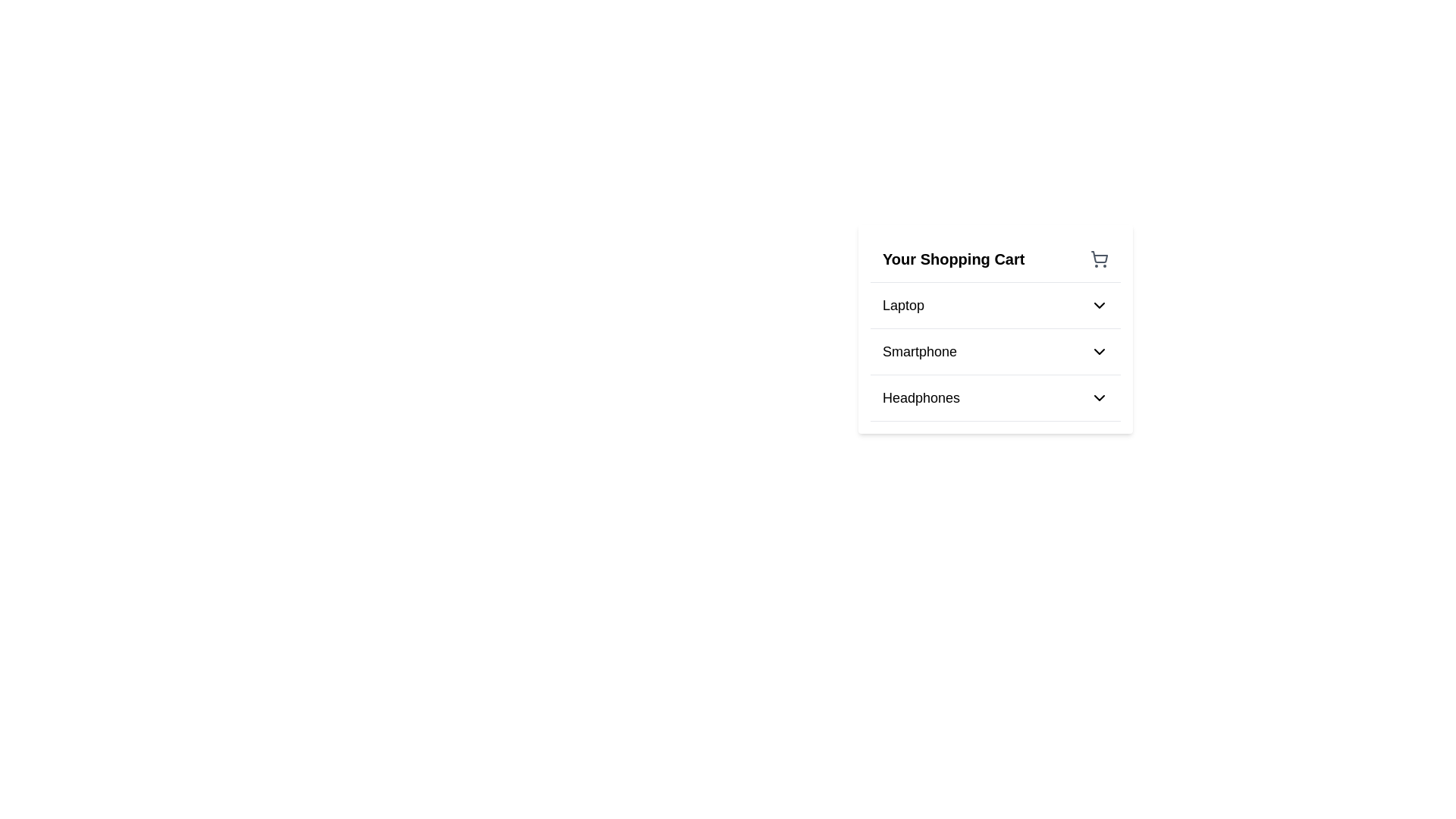 The height and width of the screenshot is (819, 1456). I want to click on the 'Laptop' button, which is the first item in the vertical list under 'Your Shopping Cart', so click(996, 305).